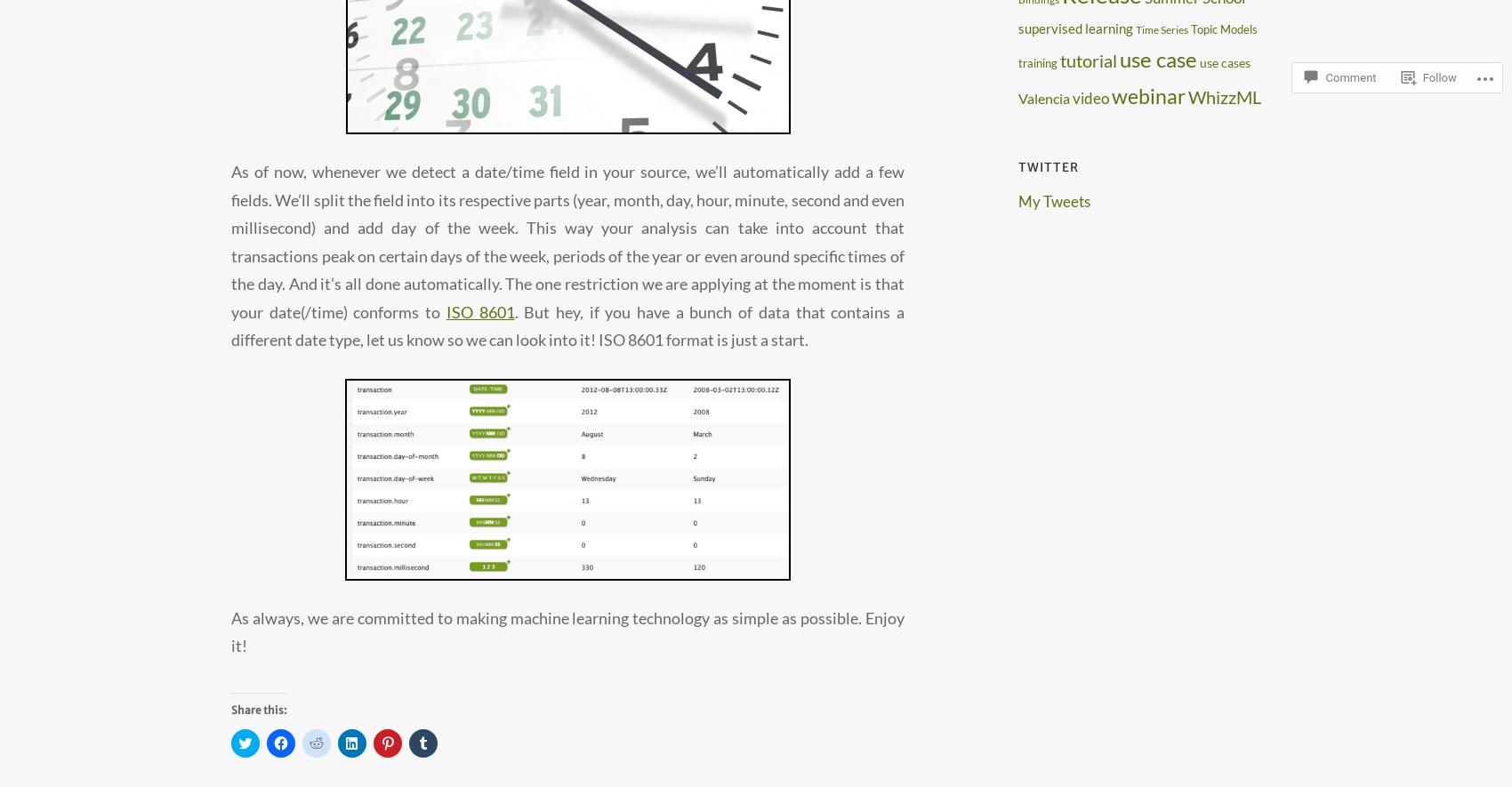 This screenshot has height=787, width=1512. I want to click on 'tutorial', so click(1059, 59).